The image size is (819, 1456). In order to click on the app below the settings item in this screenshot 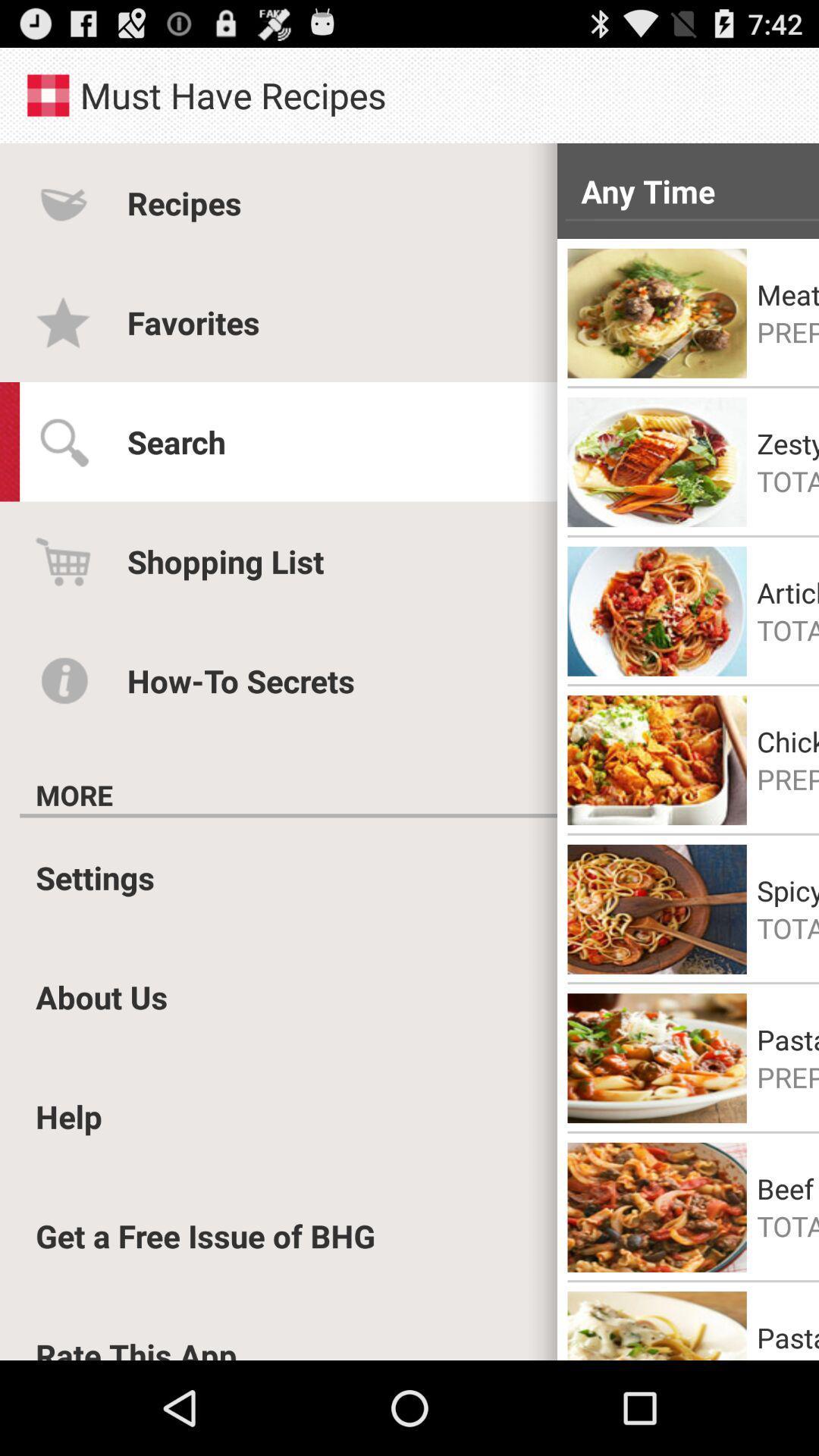, I will do `click(102, 996)`.